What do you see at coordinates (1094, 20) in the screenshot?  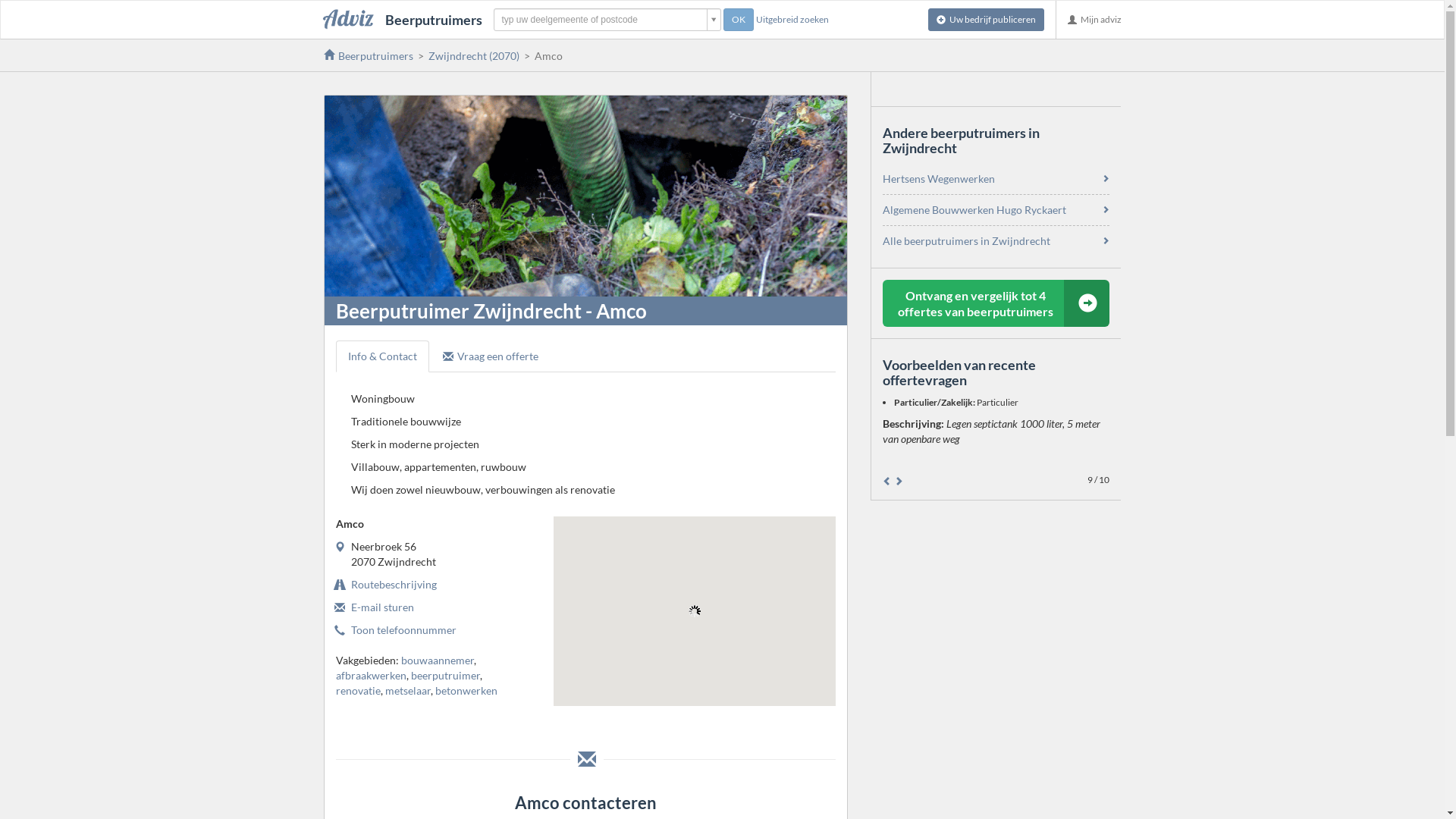 I see `'Mijn adviz'` at bounding box center [1094, 20].